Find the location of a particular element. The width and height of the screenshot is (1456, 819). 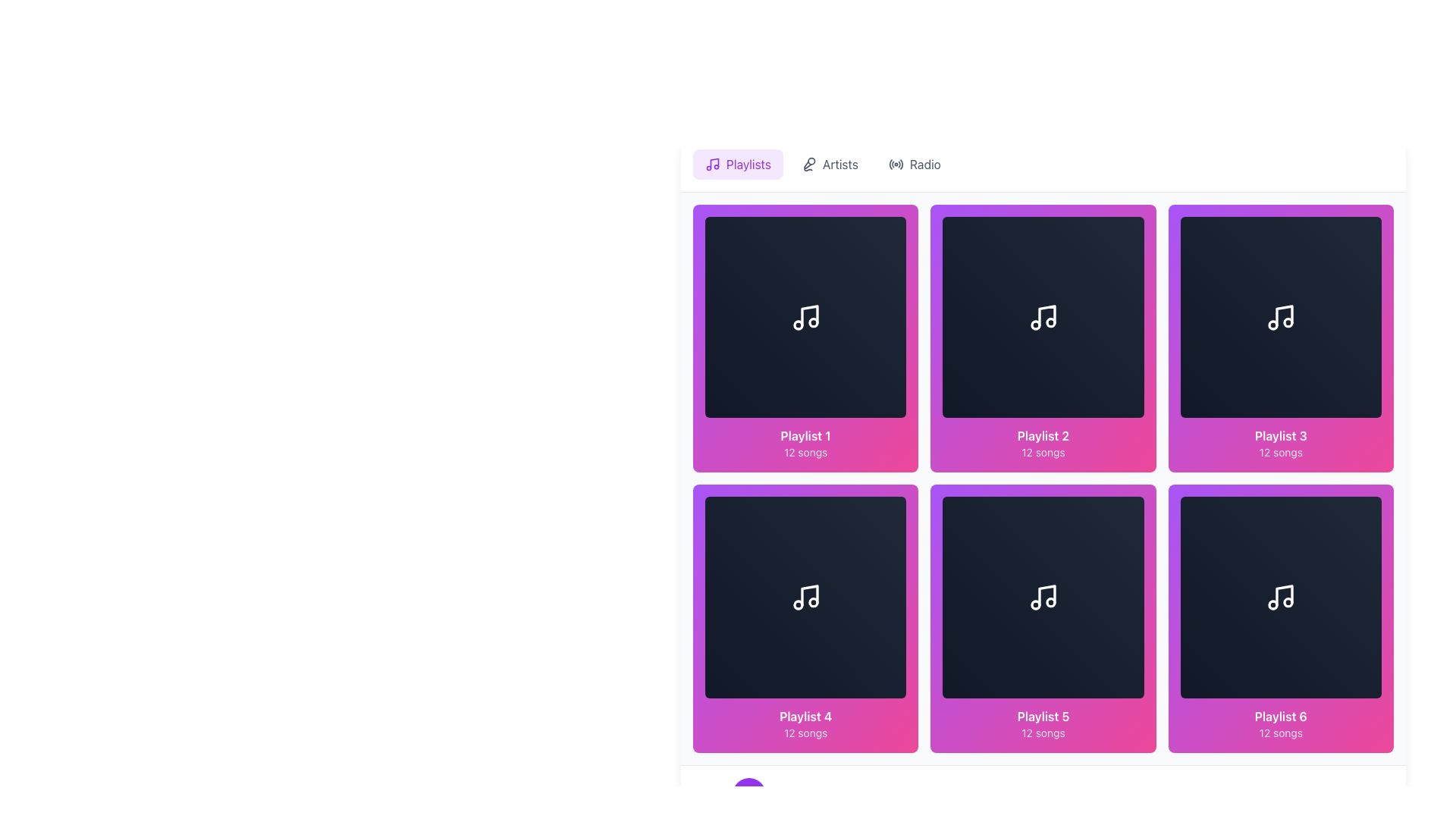

the musical note icon with a white outline on a dark background, located in the center of the fourth card in the second row of the grid layout is located at coordinates (805, 596).